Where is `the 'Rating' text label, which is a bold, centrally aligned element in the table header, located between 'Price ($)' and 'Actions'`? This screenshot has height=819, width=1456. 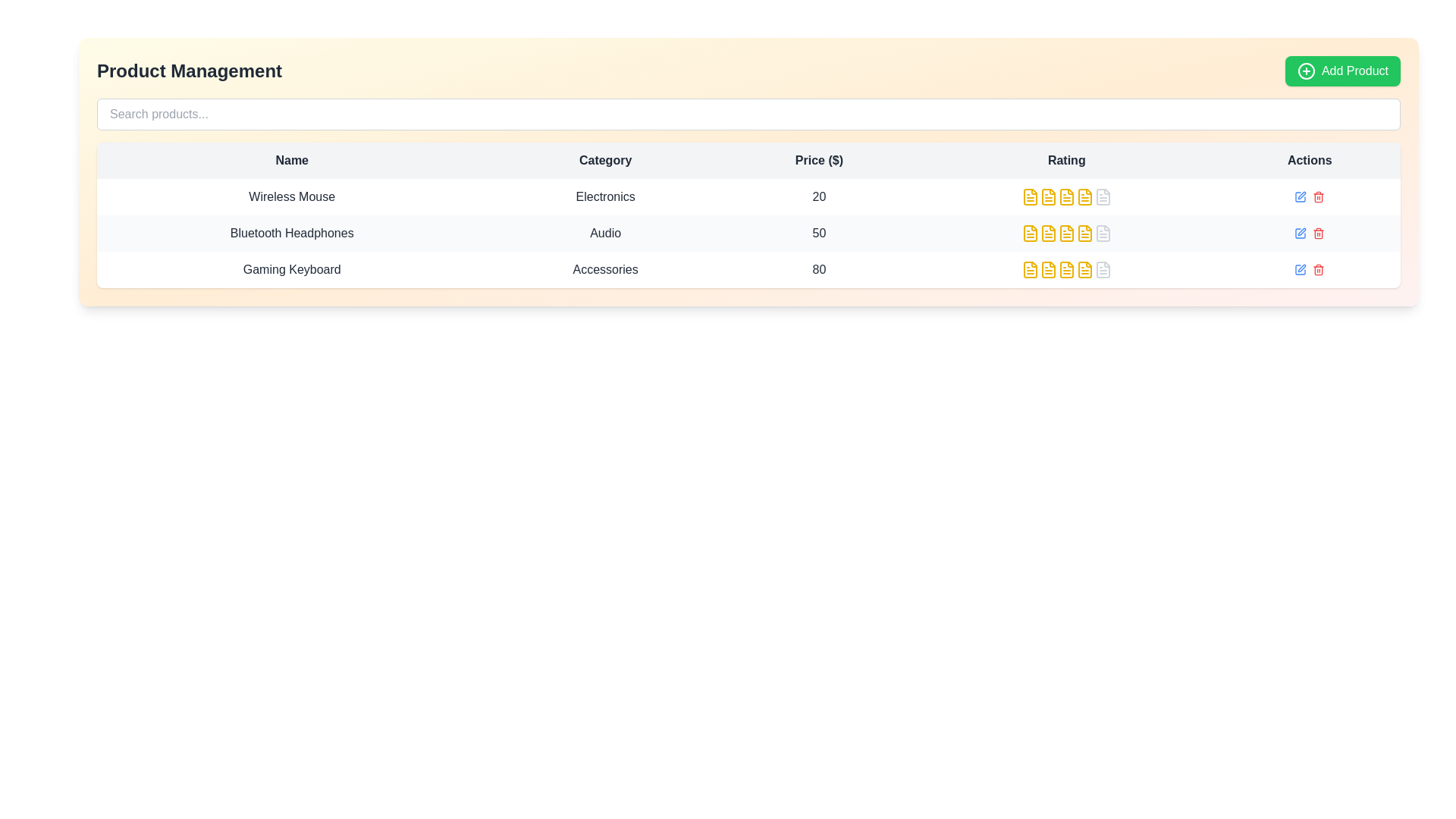
the 'Rating' text label, which is a bold, centrally aligned element in the table header, located between 'Price ($)' and 'Actions' is located at coordinates (1065, 161).